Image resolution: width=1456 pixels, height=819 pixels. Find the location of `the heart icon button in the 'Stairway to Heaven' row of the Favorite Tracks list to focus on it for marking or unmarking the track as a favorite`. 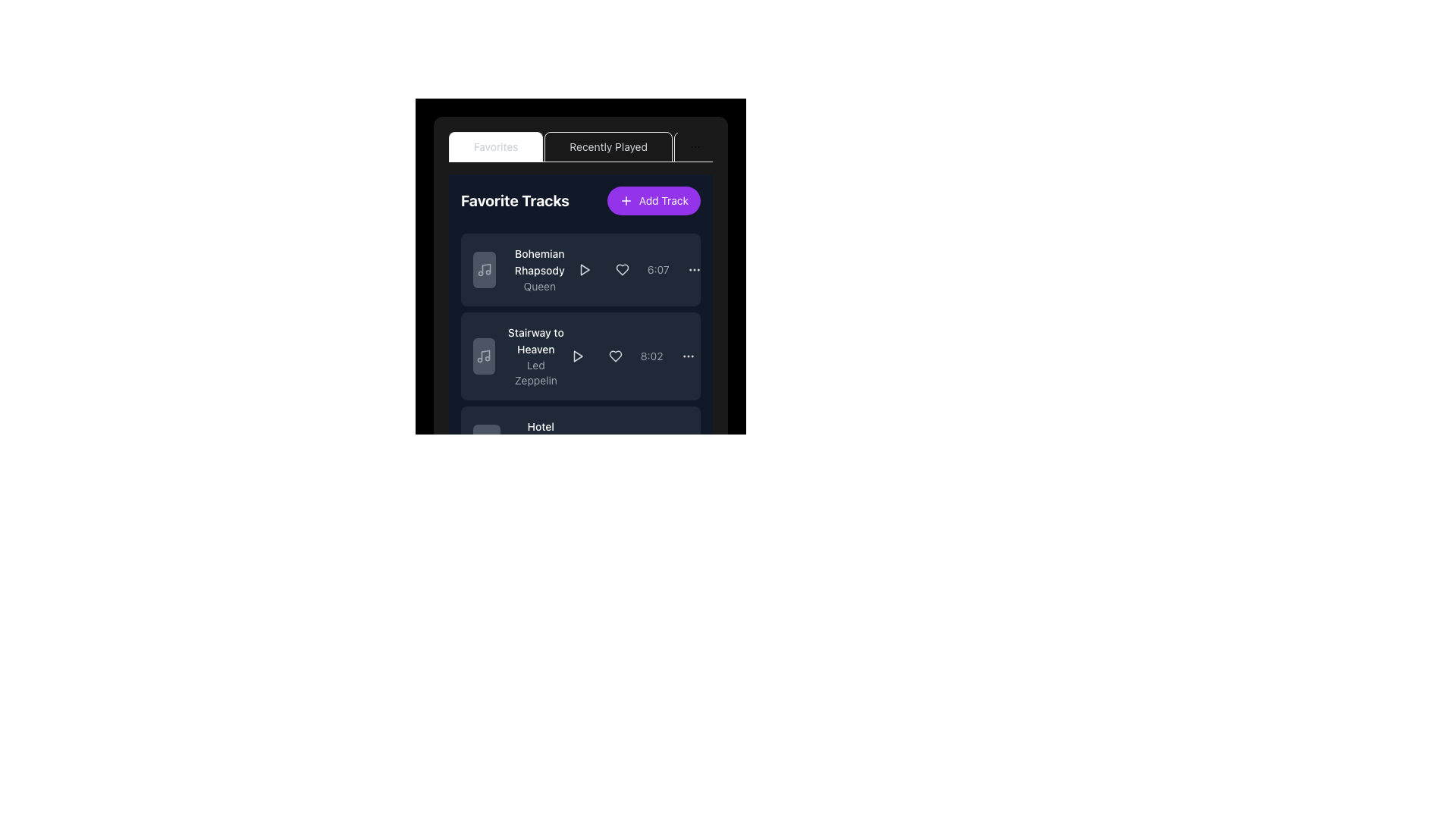

the heart icon button in the 'Stairway to Heaven' row of the Favorite Tracks list to focus on it for marking or unmarking the track as a favorite is located at coordinates (615, 356).